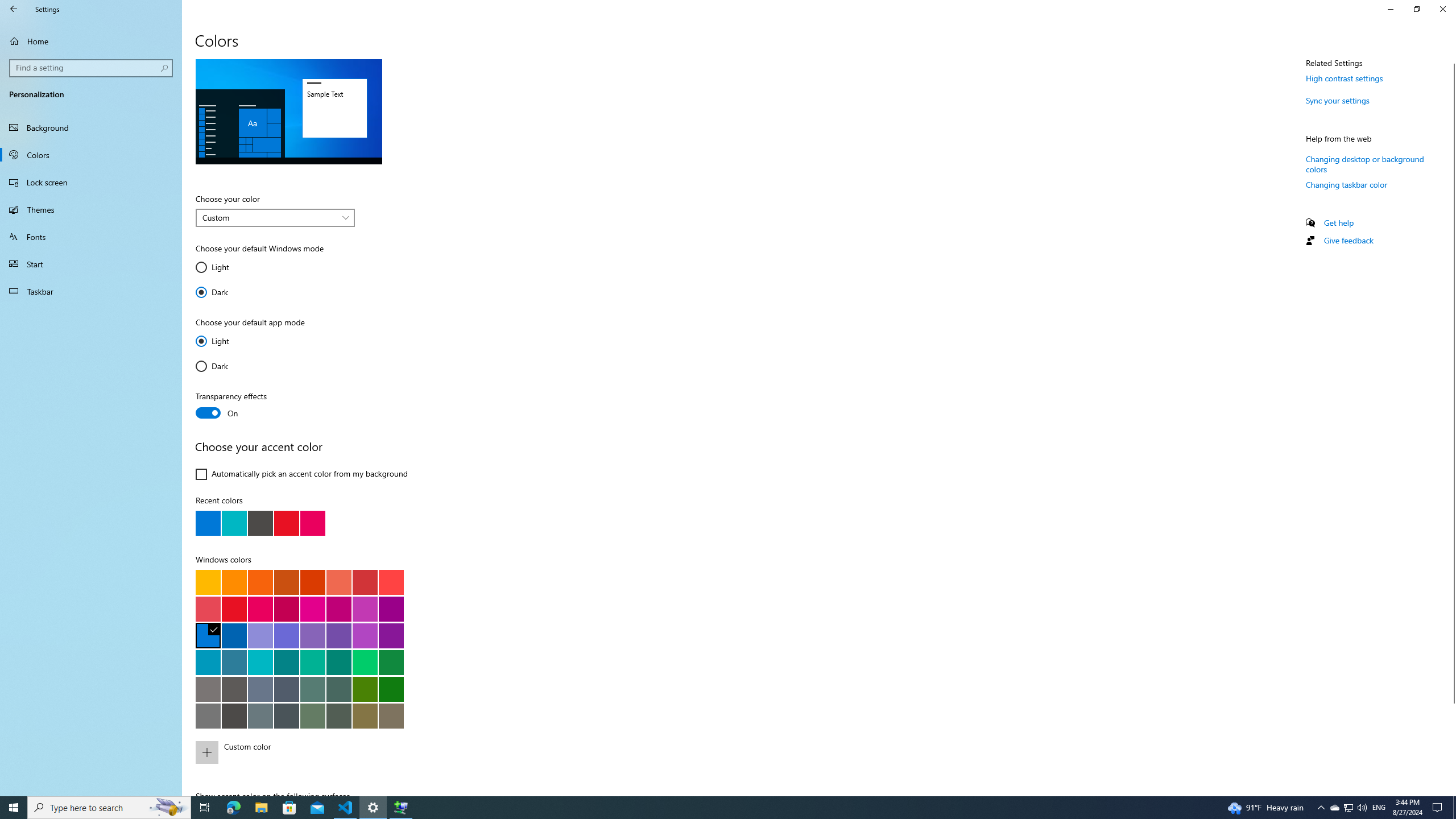 This screenshot has width=1456, height=819. Describe the element at coordinates (338, 662) in the screenshot. I see `'Mint dark'` at that location.